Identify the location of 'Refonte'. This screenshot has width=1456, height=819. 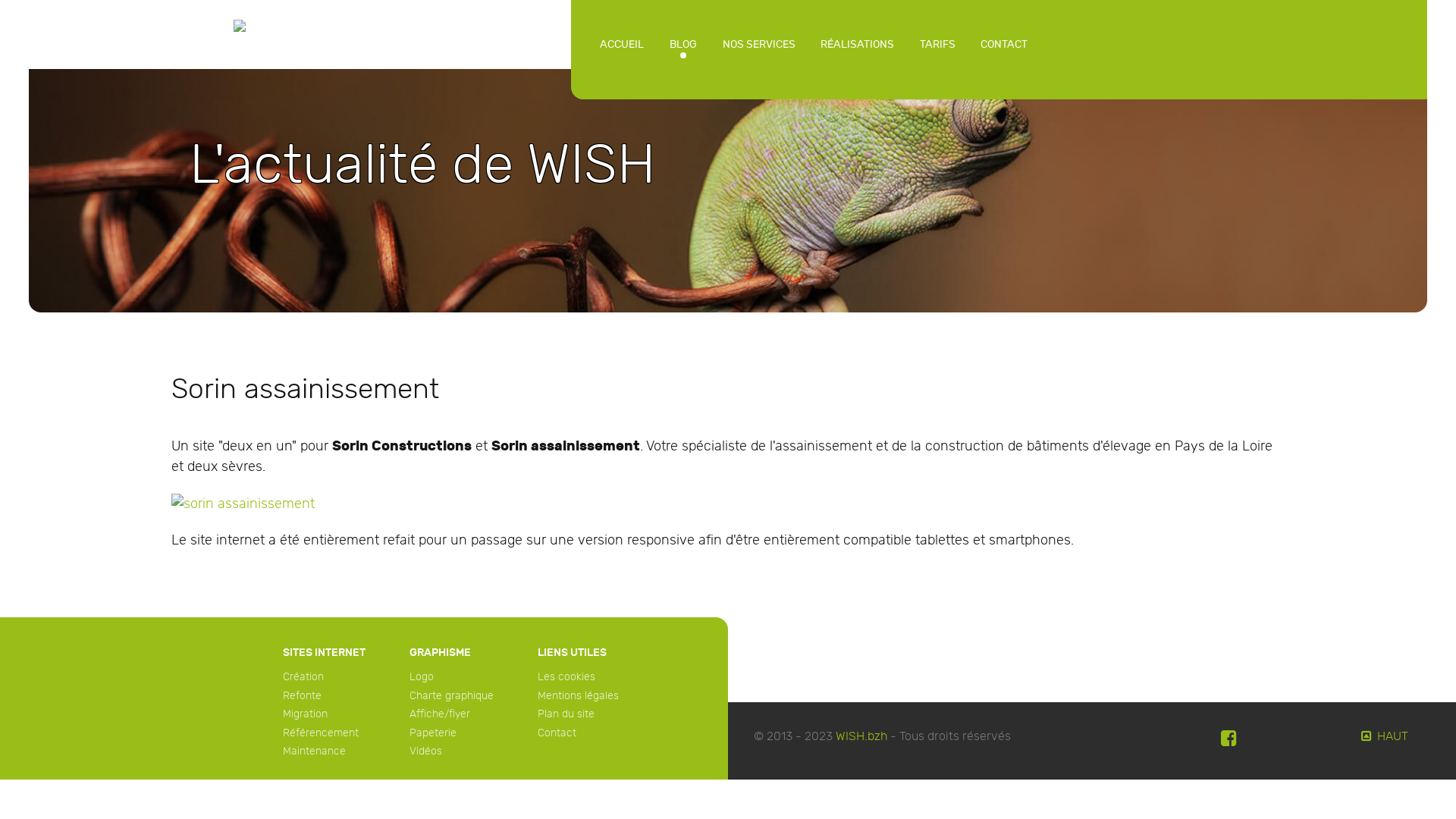
(302, 695).